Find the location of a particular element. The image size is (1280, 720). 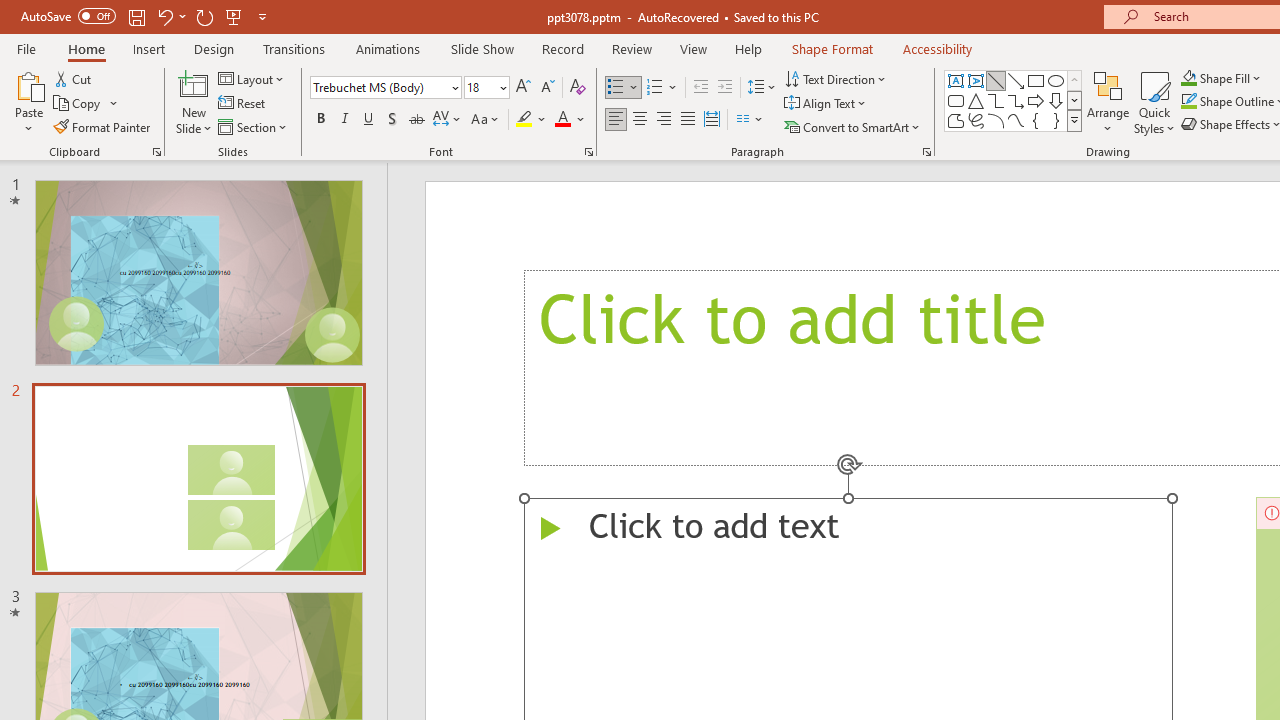

'Shapes' is located at coordinates (1073, 120).